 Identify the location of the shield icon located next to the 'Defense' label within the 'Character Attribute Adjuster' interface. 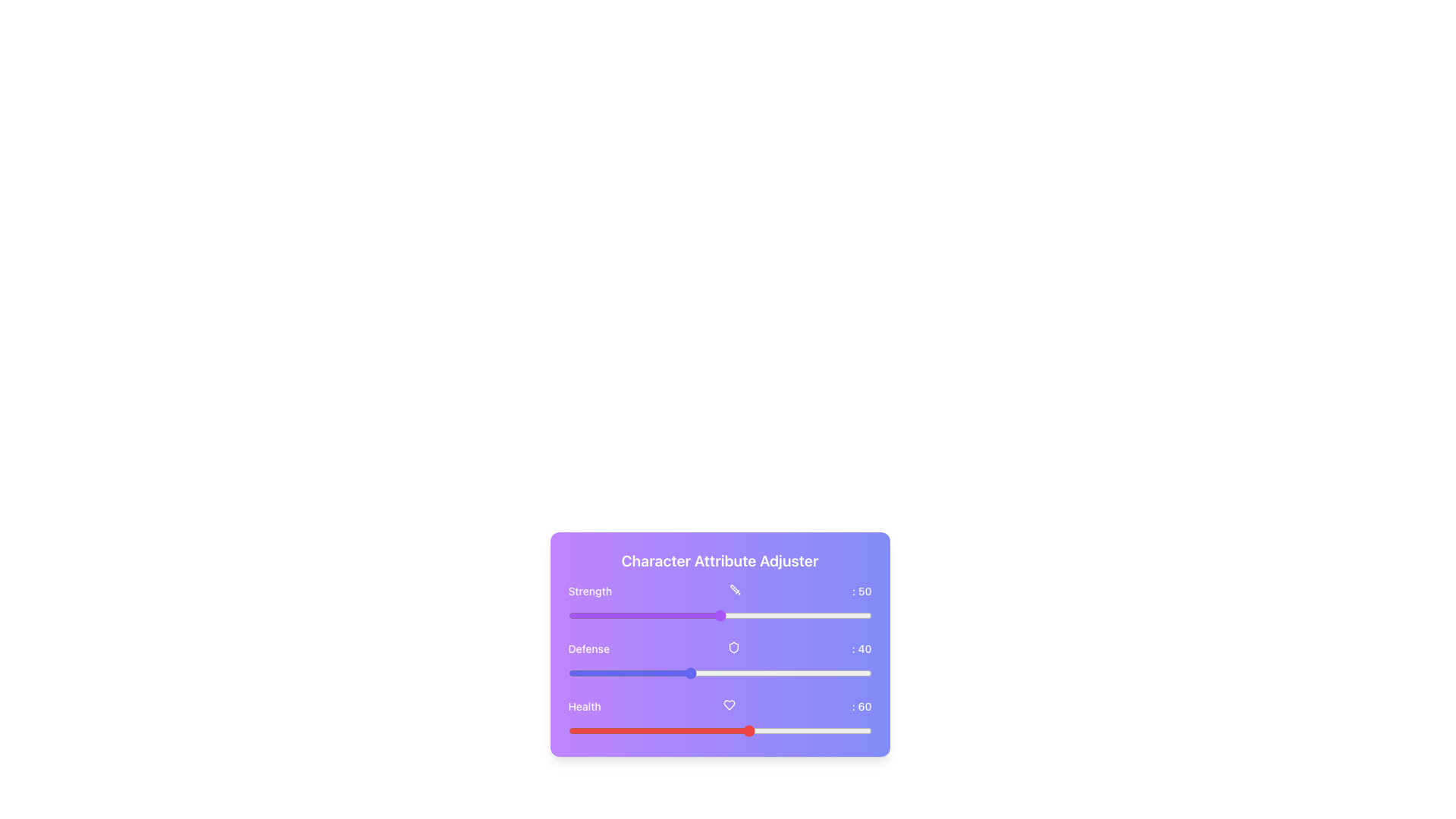
(733, 647).